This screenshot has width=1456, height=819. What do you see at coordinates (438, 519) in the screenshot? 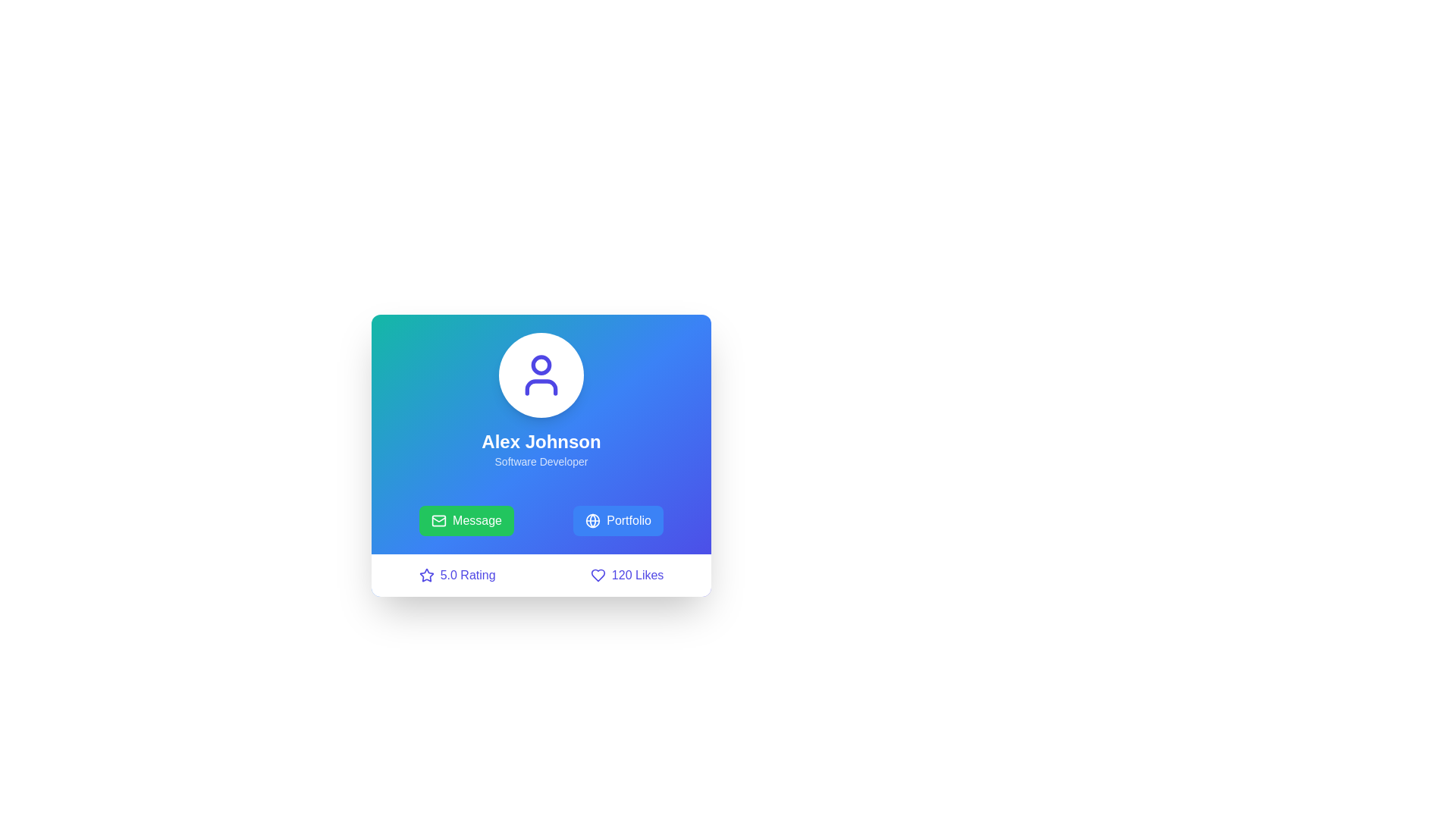
I see `the envelope icon with a green background inside the 'Message' button to initiate a message` at bounding box center [438, 519].